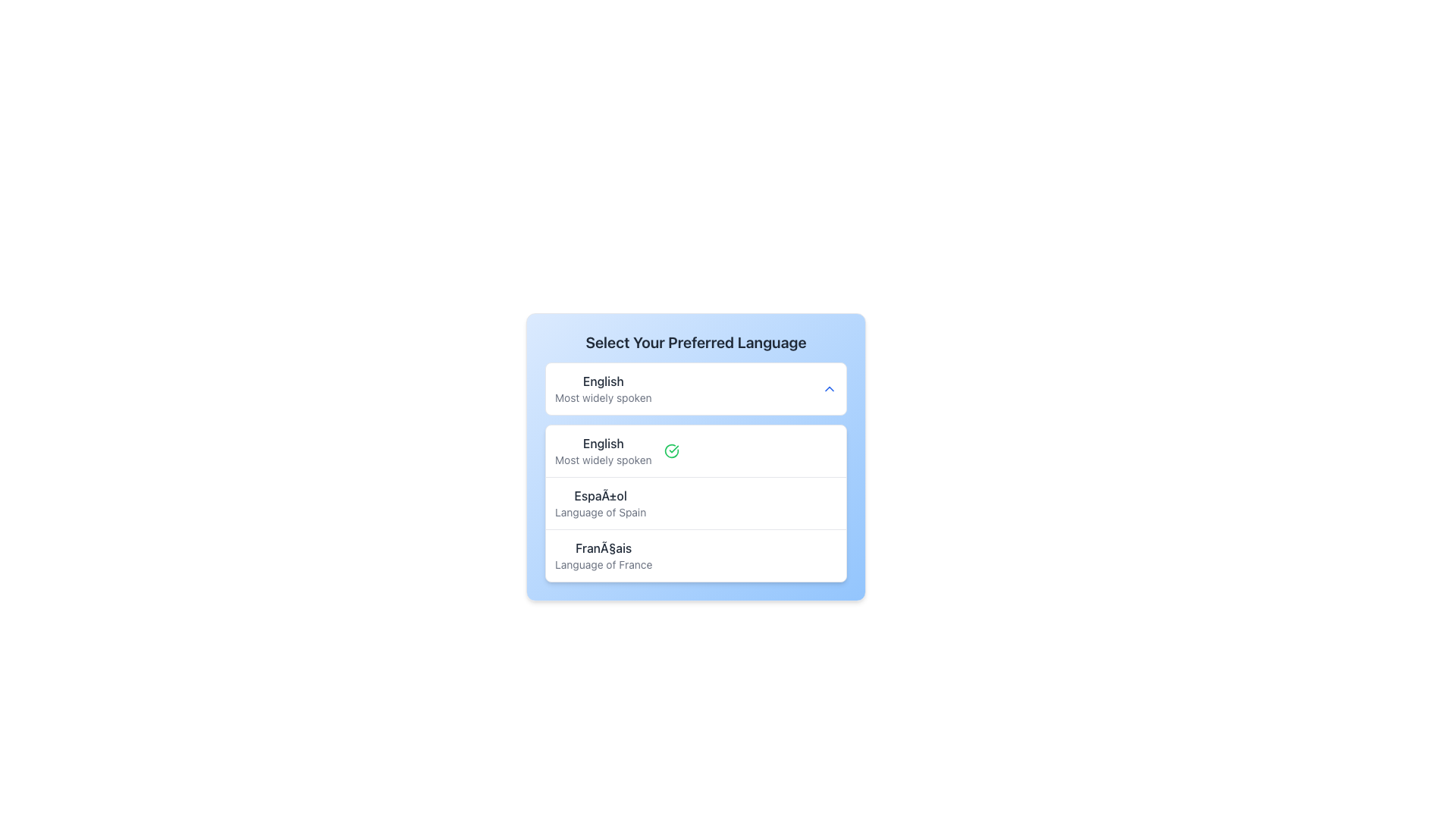 The height and width of the screenshot is (819, 1456). What do you see at coordinates (602, 450) in the screenshot?
I see `the first selectable language option labeled 'English' in the language selection dropdown menu` at bounding box center [602, 450].